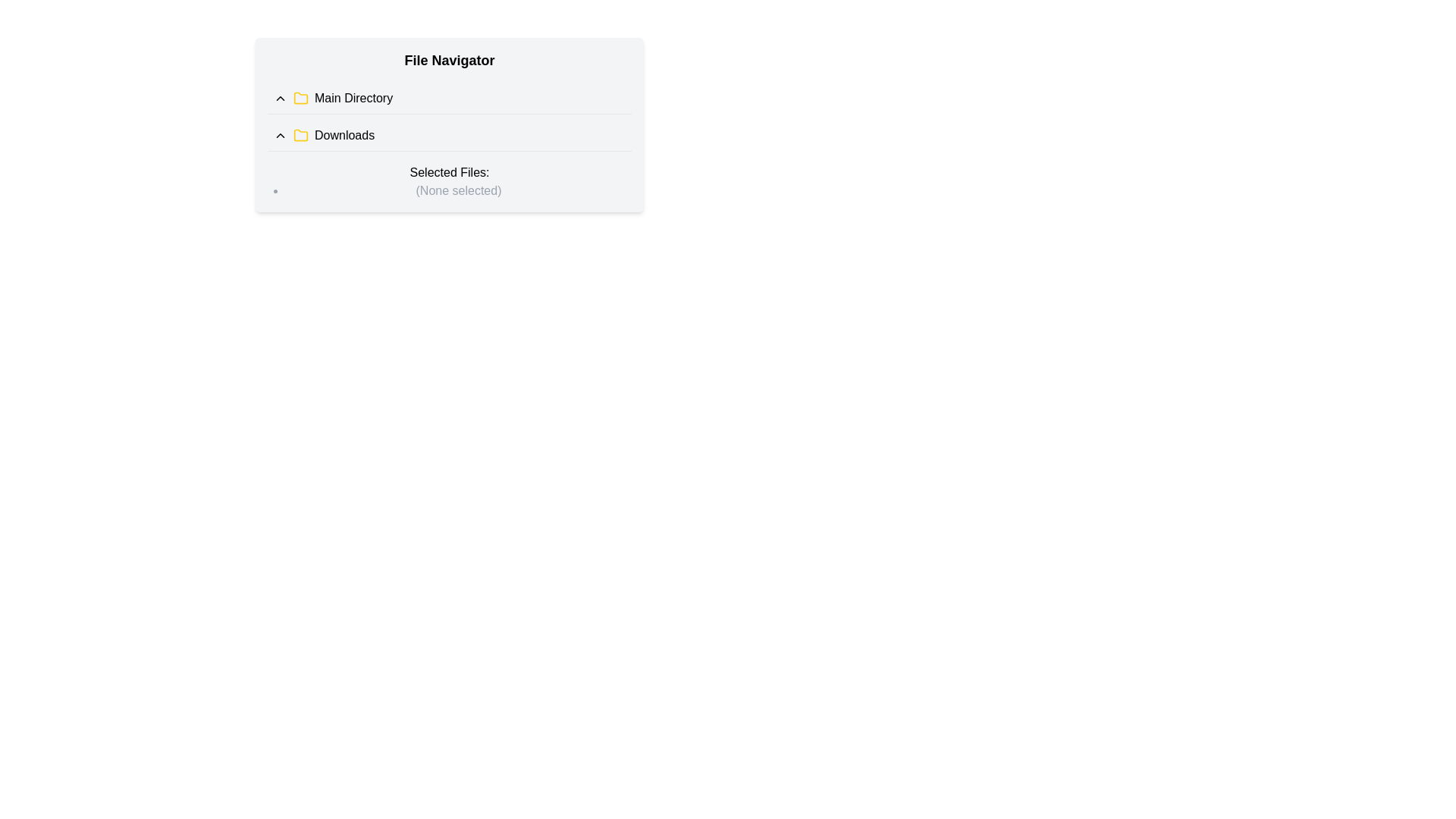 Image resolution: width=1456 pixels, height=819 pixels. What do you see at coordinates (301, 133) in the screenshot?
I see `the yellow folder icon located to the left of the 'Downloads' text in the File Navigator interface` at bounding box center [301, 133].